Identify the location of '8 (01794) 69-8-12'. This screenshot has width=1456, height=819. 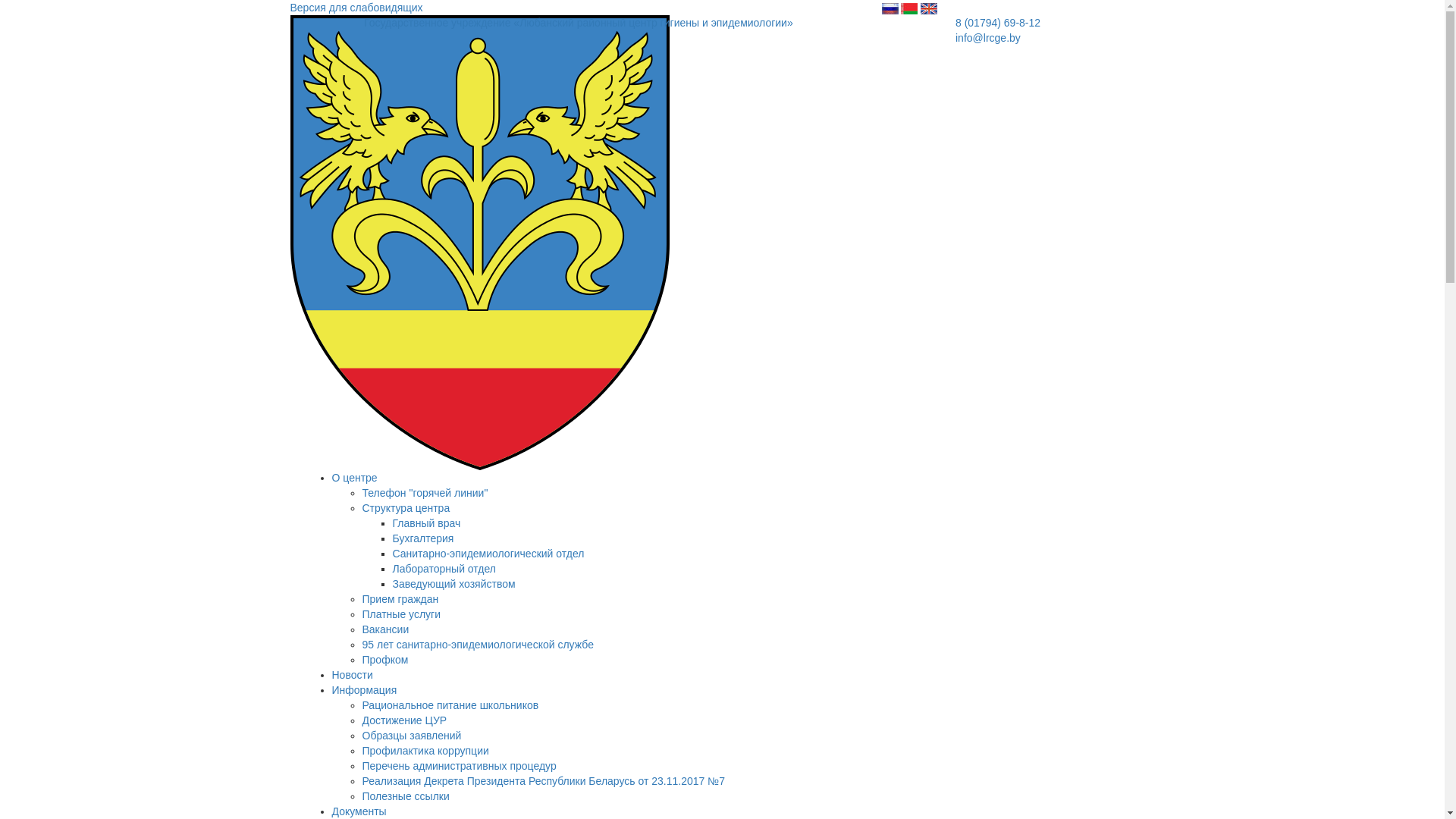
(997, 23).